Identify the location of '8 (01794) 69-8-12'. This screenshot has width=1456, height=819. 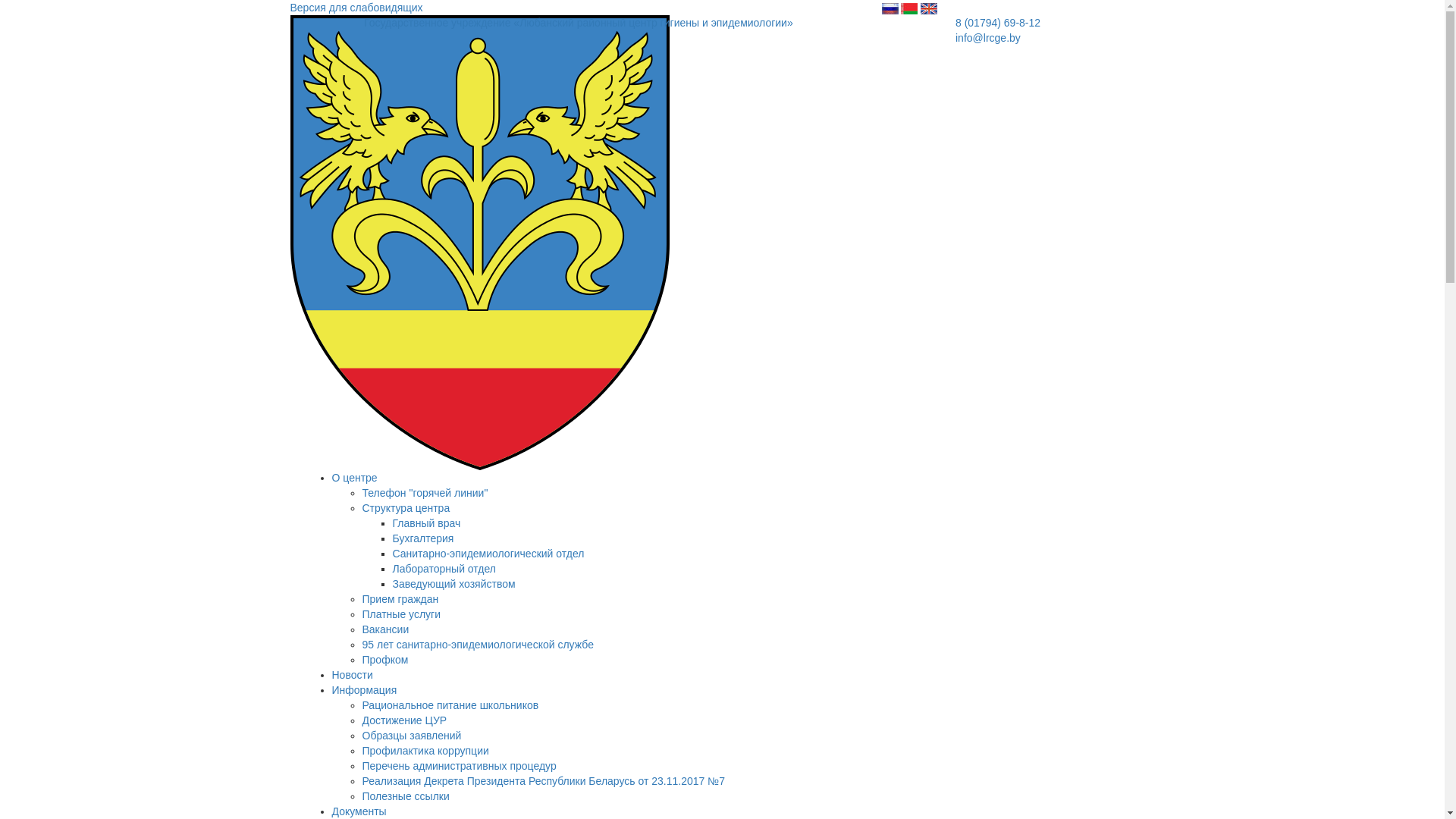
(997, 23).